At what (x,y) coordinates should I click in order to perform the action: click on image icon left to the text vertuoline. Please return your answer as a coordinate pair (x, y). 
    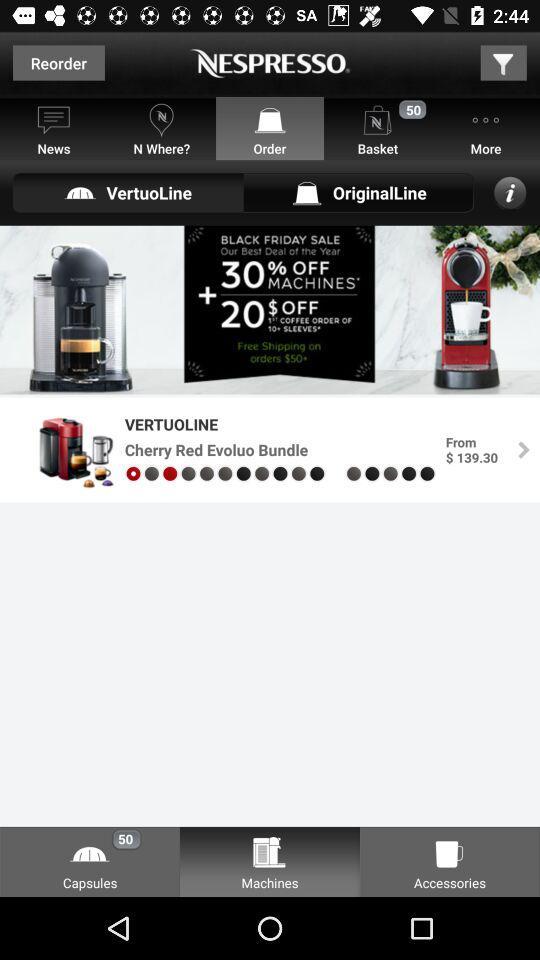
    Looking at the image, I should click on (65, 450).